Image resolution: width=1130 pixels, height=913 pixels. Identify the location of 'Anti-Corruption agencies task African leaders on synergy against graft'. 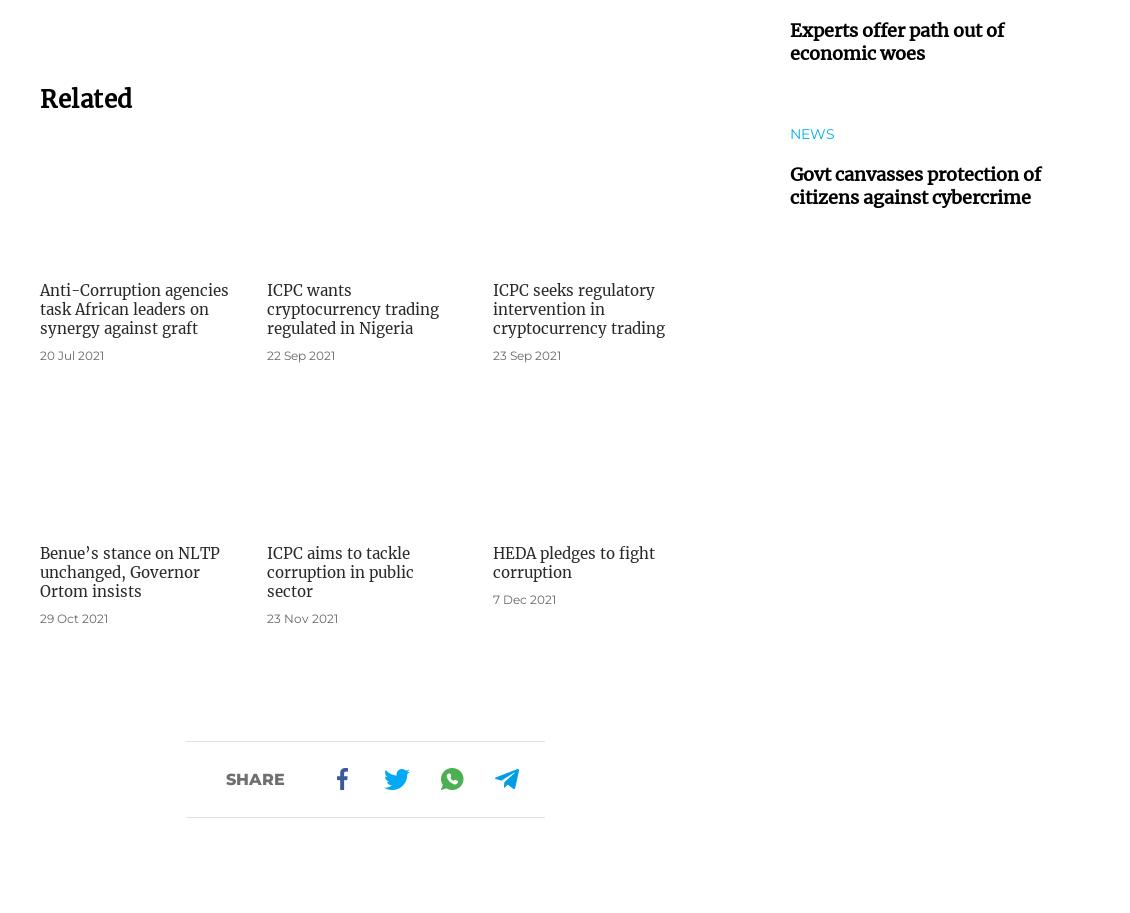
(133, 308).